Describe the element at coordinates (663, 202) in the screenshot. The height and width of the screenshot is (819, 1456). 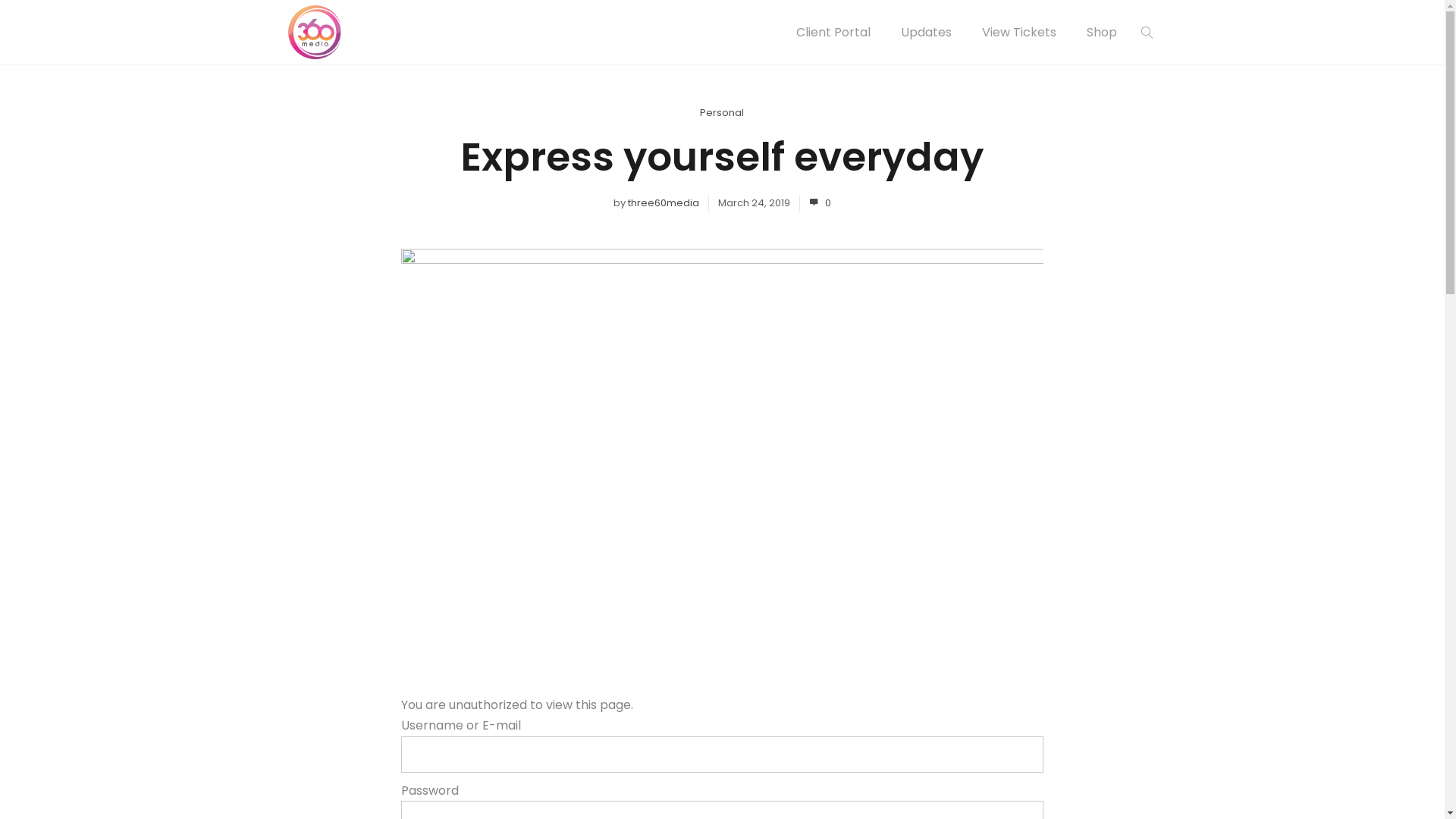
I see `'three60media'` at that location.